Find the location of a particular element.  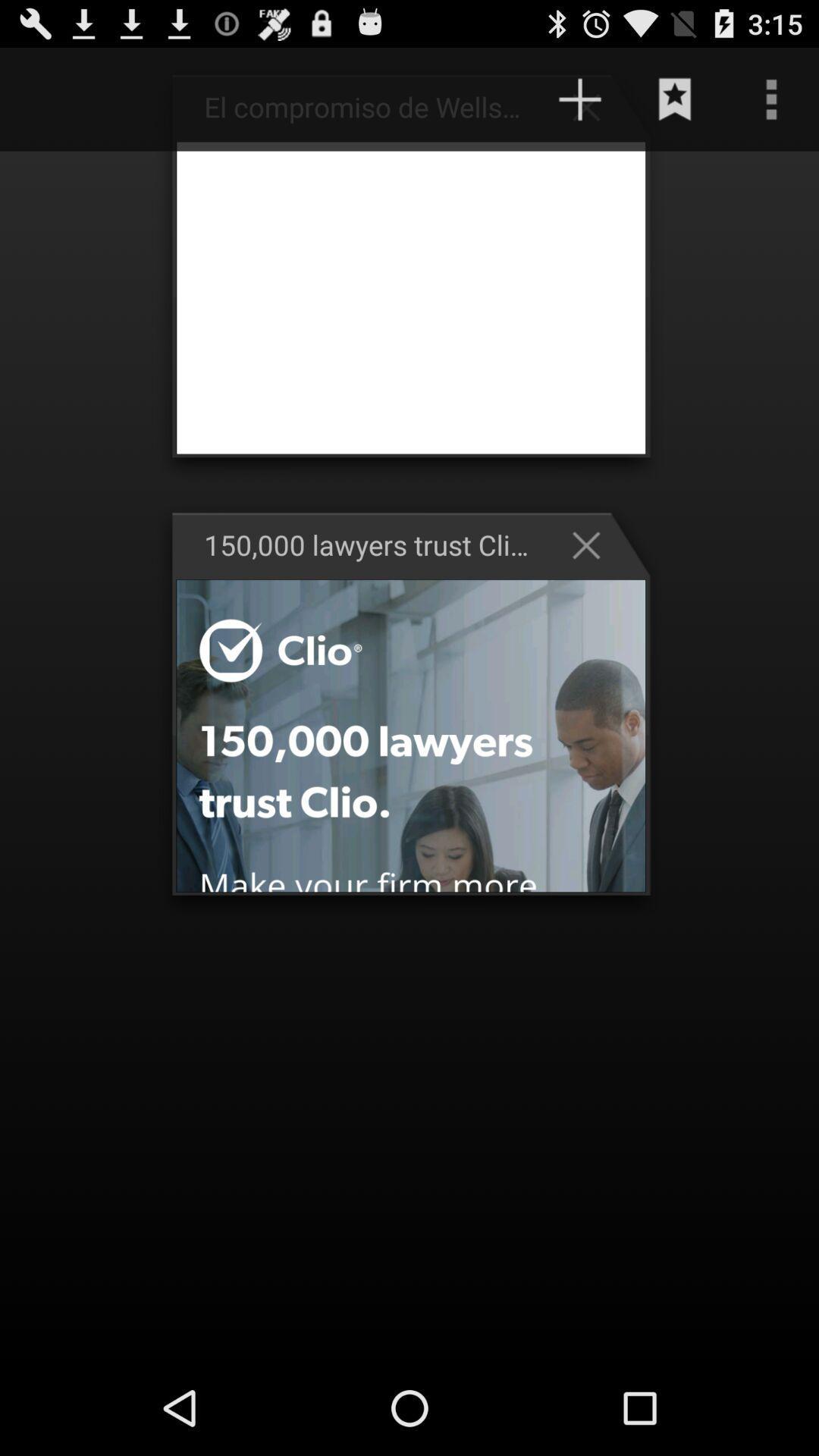

the more icon is located at coordinates (771, 105).